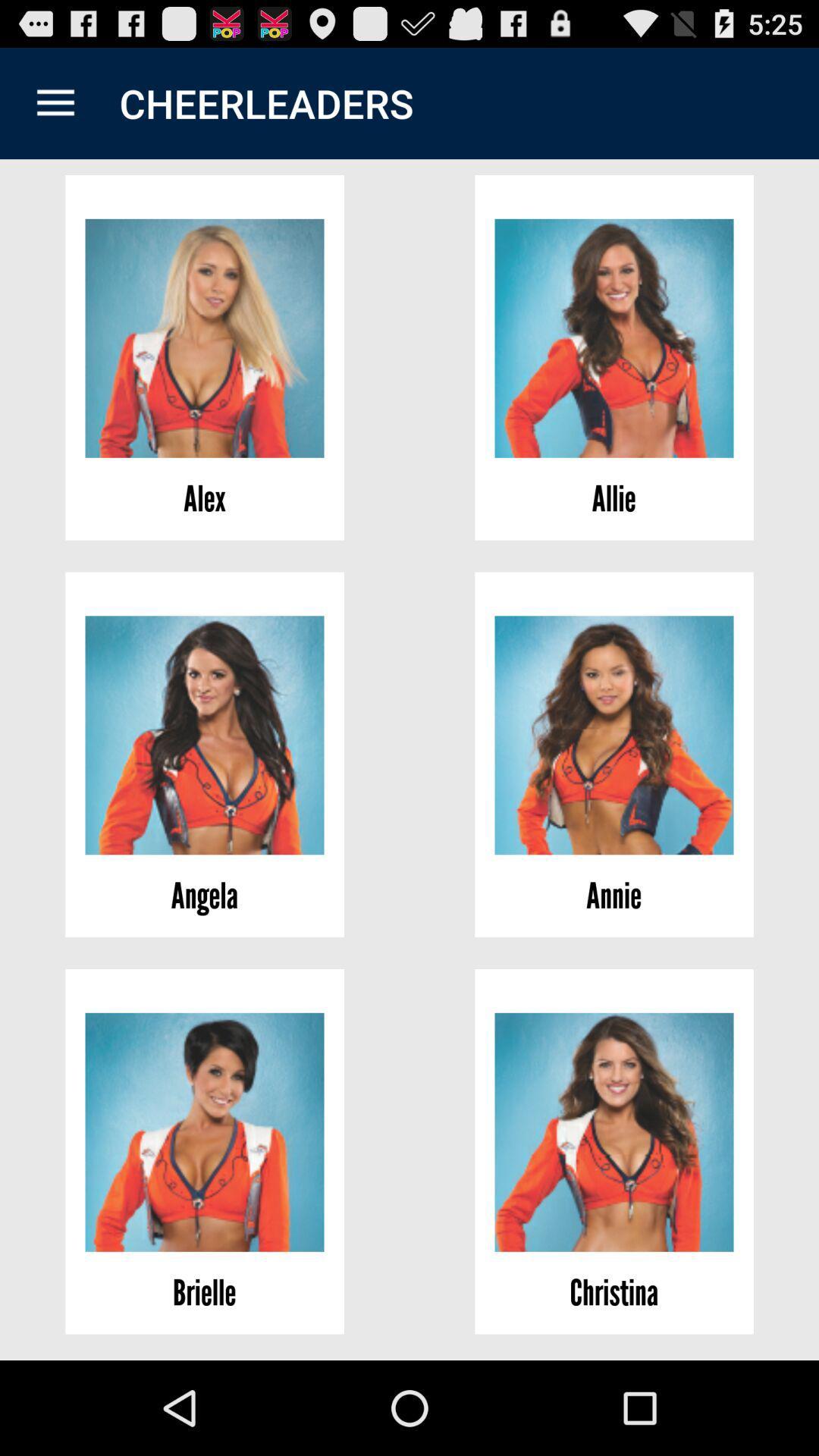  What do you see at coordinates (55, 102) in the screenshot?
I see `the icon to the left of the cheerleaders item` at bounding box center [55, 102].